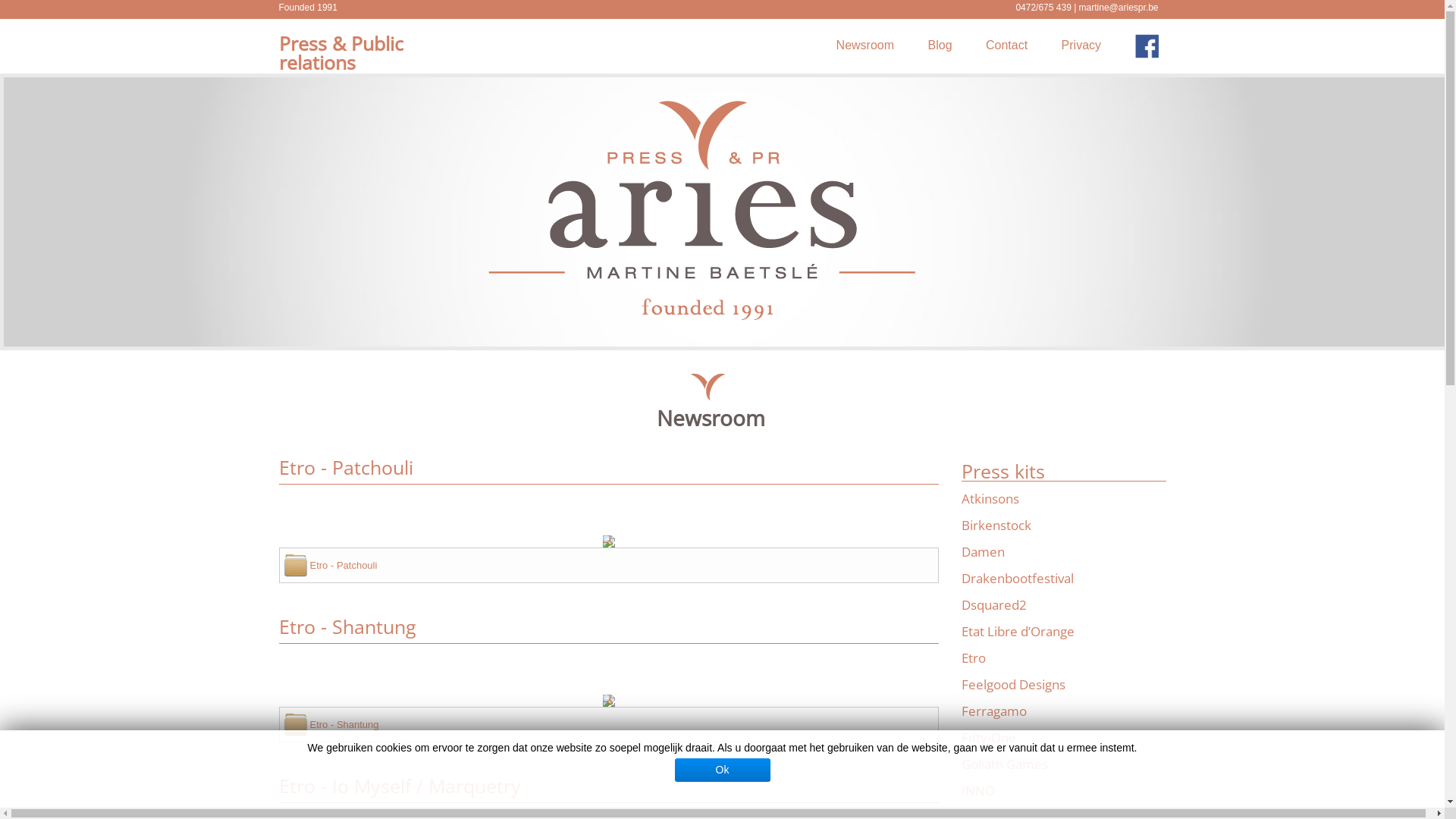 Image resolution: width=1456 pixels, height=819 pixels. Describe the element at coordinates (996, 524) in the screenshot. I see `'Birkenstock'` at that location.